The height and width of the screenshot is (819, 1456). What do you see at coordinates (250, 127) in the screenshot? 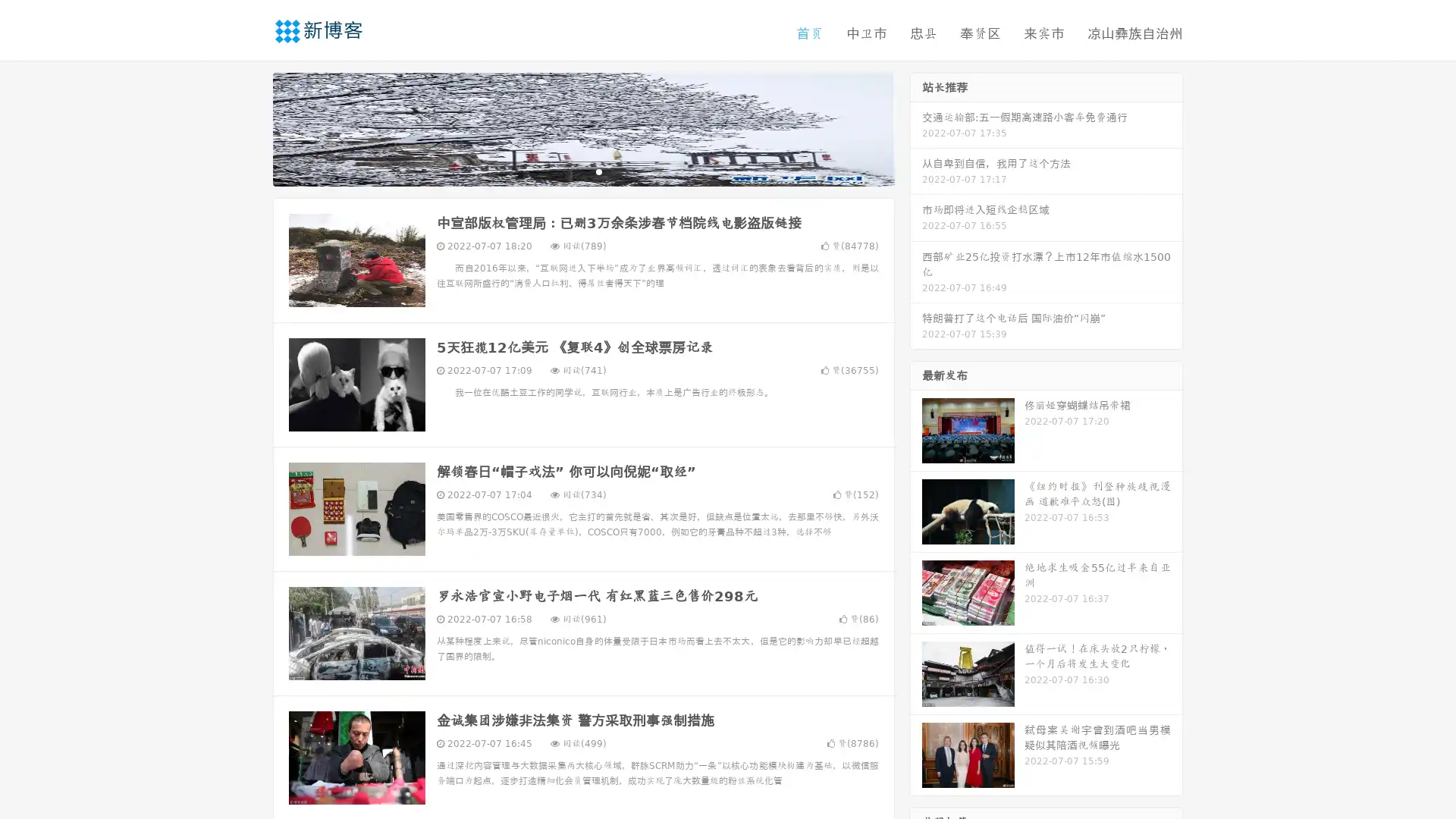
I see `Previous slide` at bounding box center [250, 127].